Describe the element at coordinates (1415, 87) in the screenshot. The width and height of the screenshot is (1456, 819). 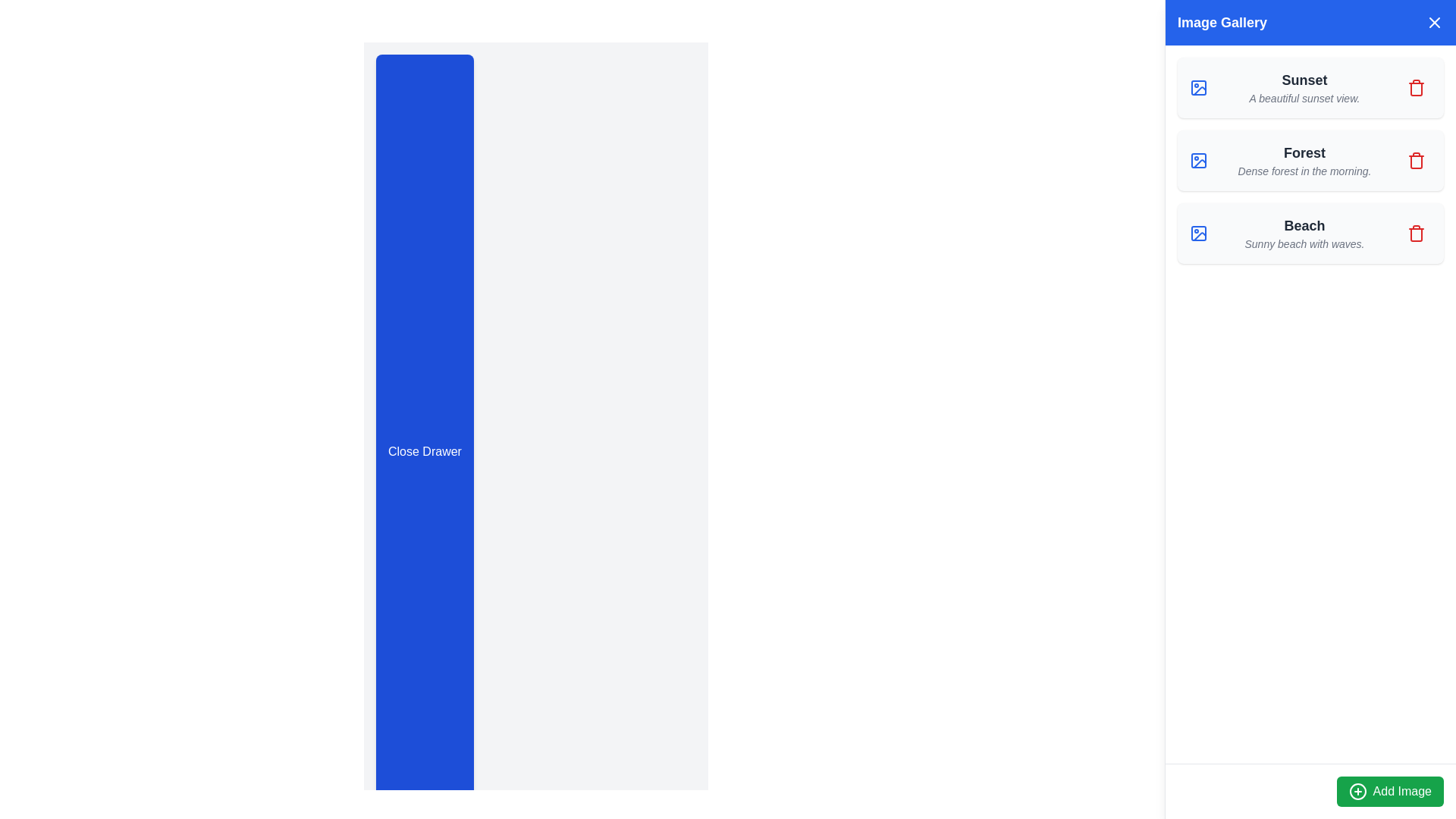
I see `the trash can icon button positioned at the far right of the list item to potentially display a tooltip or highlight the icon` at that location.